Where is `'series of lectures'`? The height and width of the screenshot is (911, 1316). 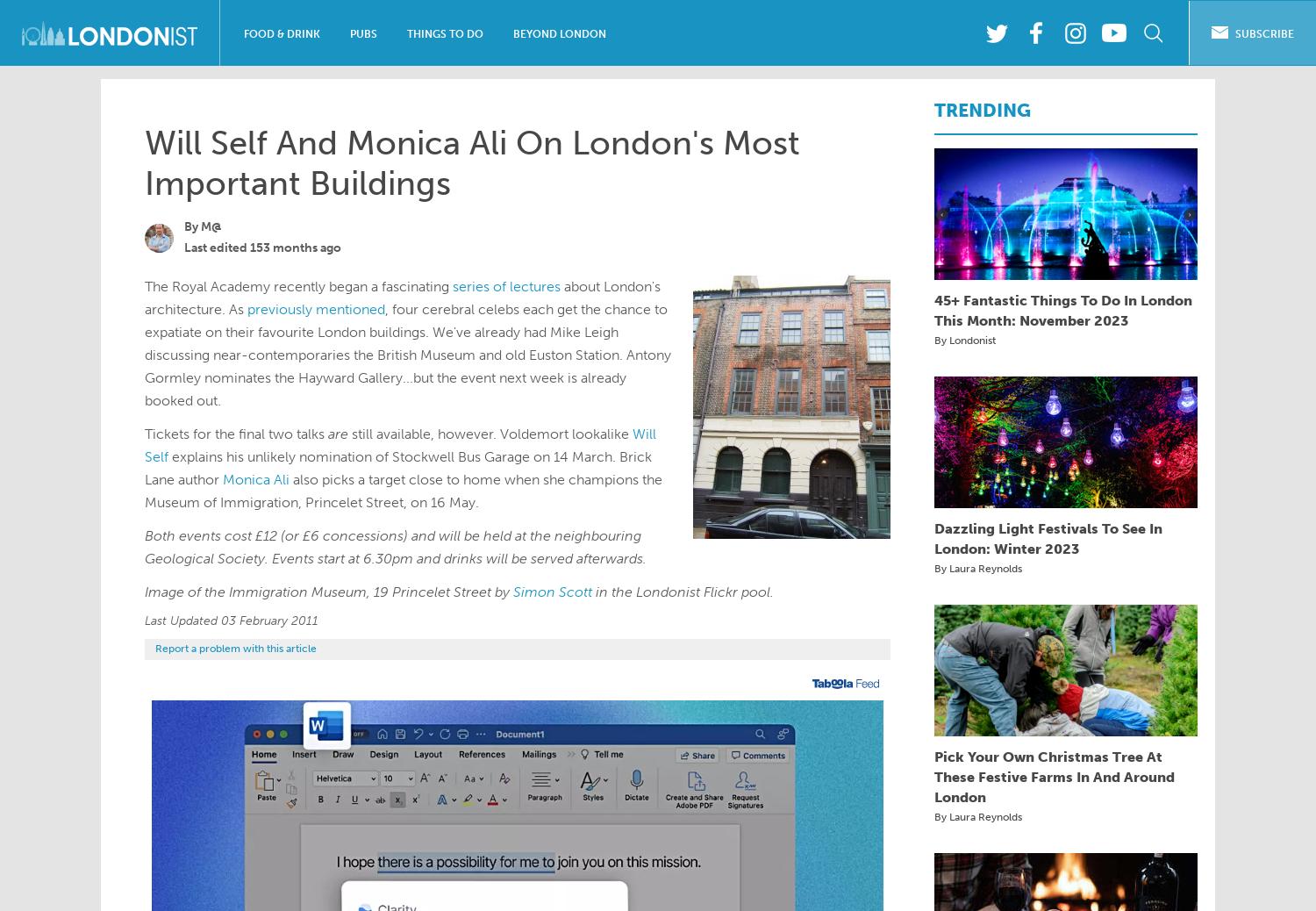 'series of lectures' is located at coordinates (505, 286).